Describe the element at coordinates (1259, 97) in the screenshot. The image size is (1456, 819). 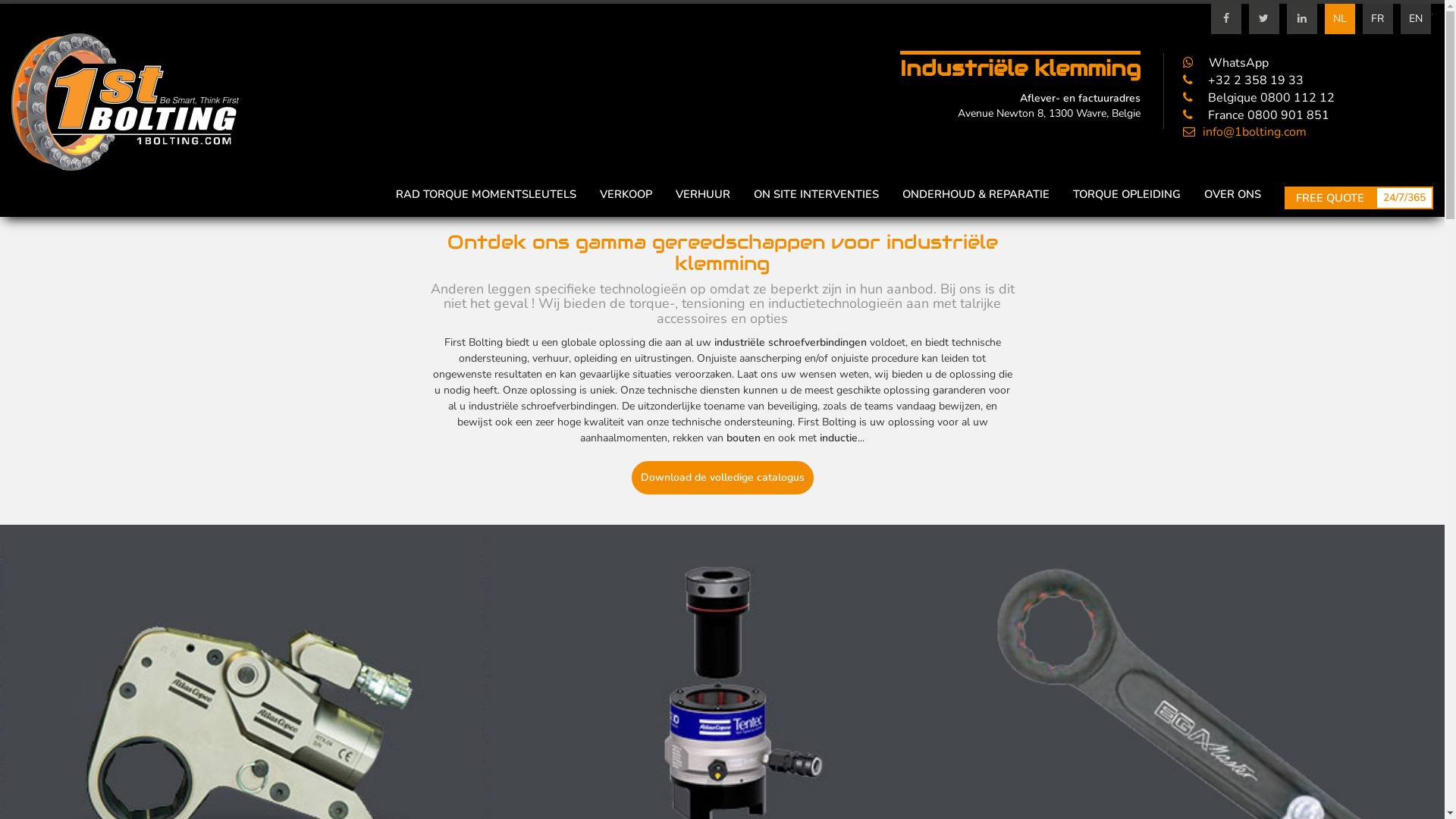
I see `'Belgique 0800 112 12'` at that location.